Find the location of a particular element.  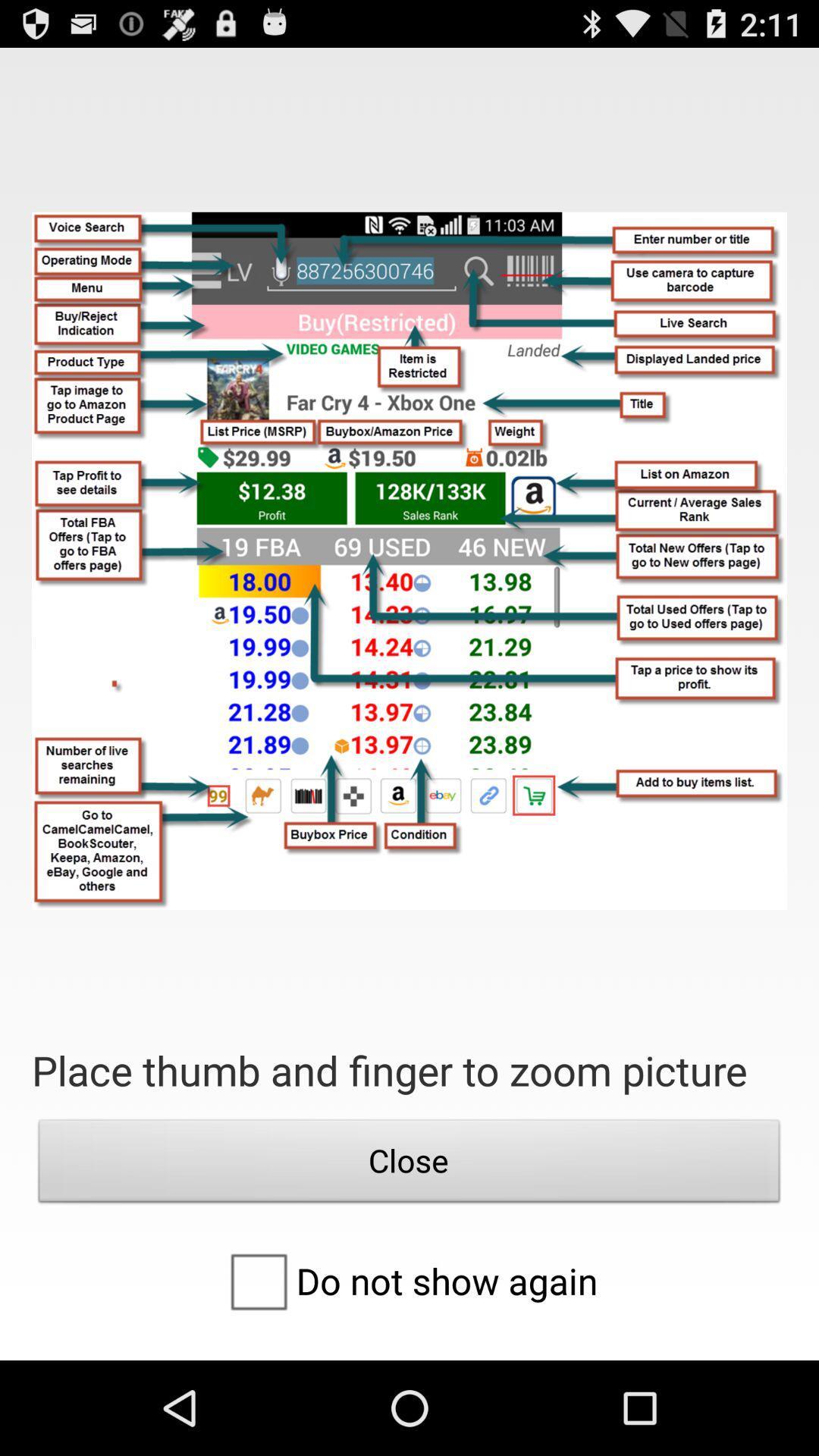

close icon is located at coordinates (409, 1164).